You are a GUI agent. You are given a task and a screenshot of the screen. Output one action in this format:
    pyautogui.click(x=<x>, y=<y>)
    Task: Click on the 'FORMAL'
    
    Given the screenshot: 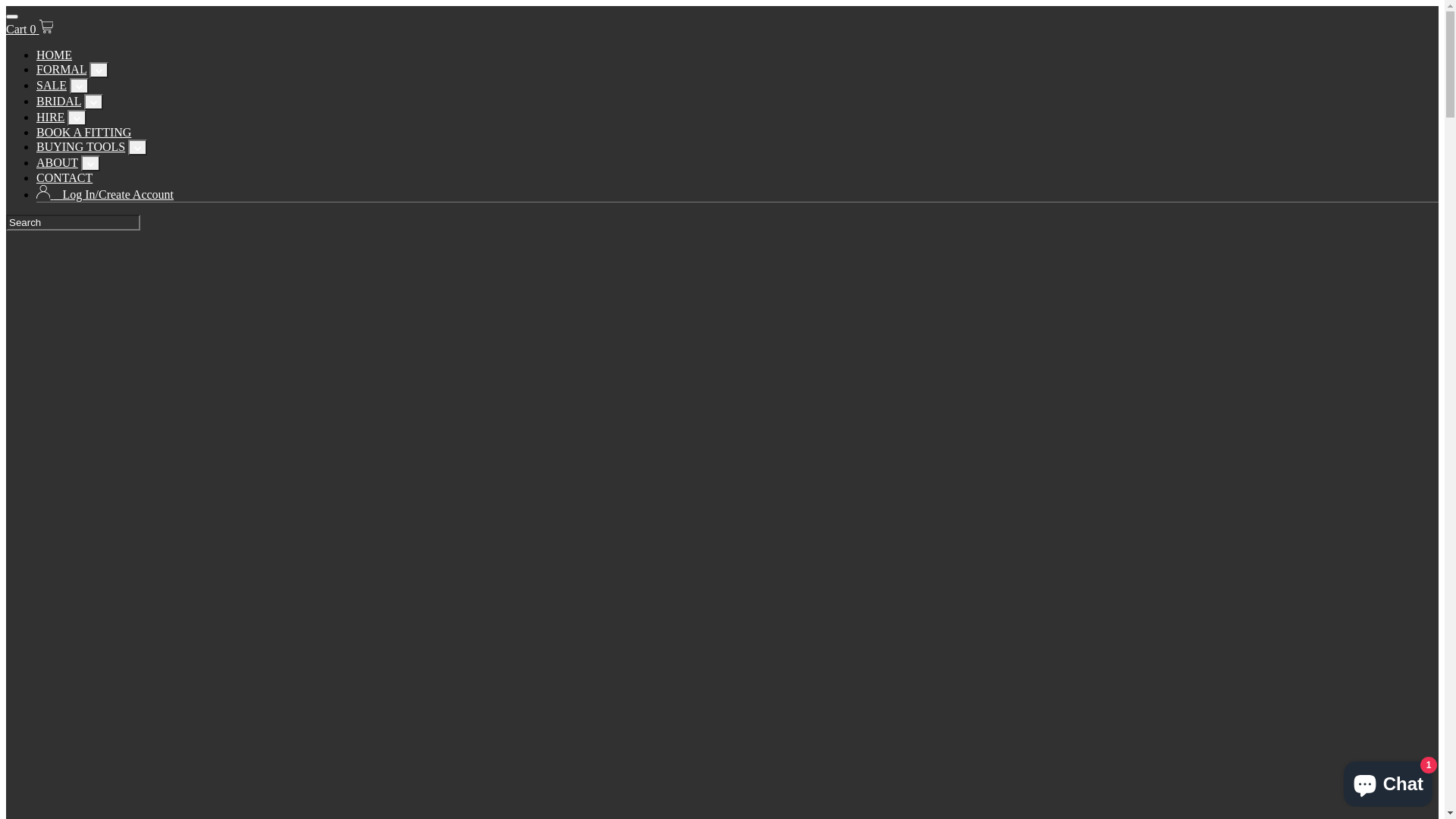 What is the action you would take?
    pyautogui.click(x=61, y=69)
    